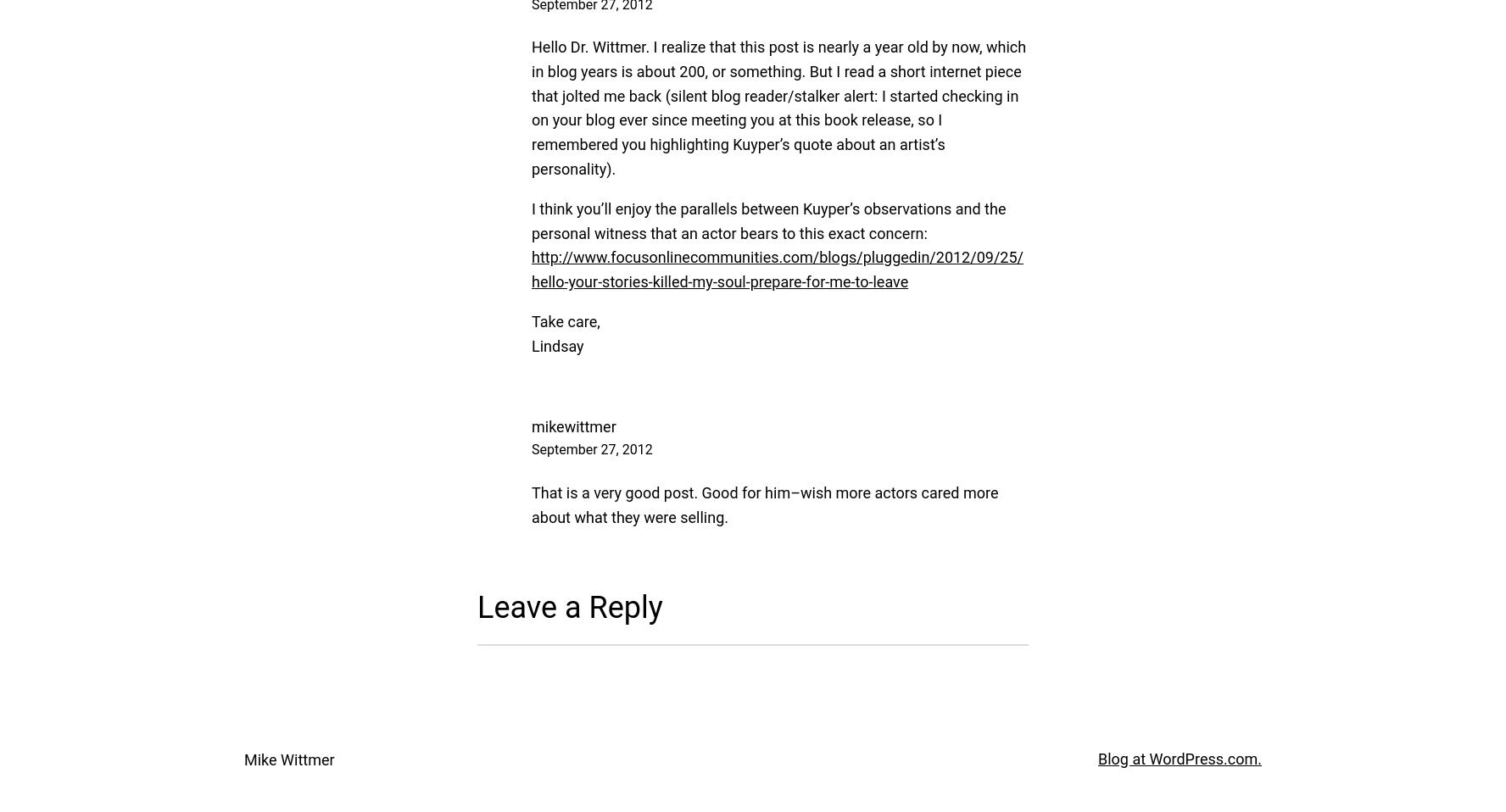 The height and width of the screenshot is (812, 1506). What do you see at coordinates (287, 759) in the screenshot?
I see `'Mike Wittmer'` at bounding box center [287, 759].